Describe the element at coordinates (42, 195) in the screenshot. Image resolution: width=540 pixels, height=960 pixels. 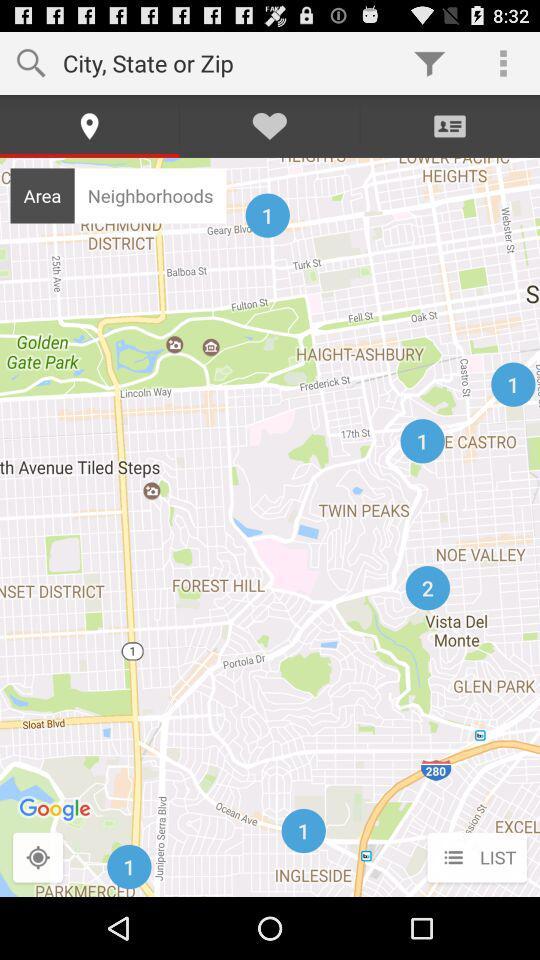
I see `item next to neighborhoods icon` at that location.